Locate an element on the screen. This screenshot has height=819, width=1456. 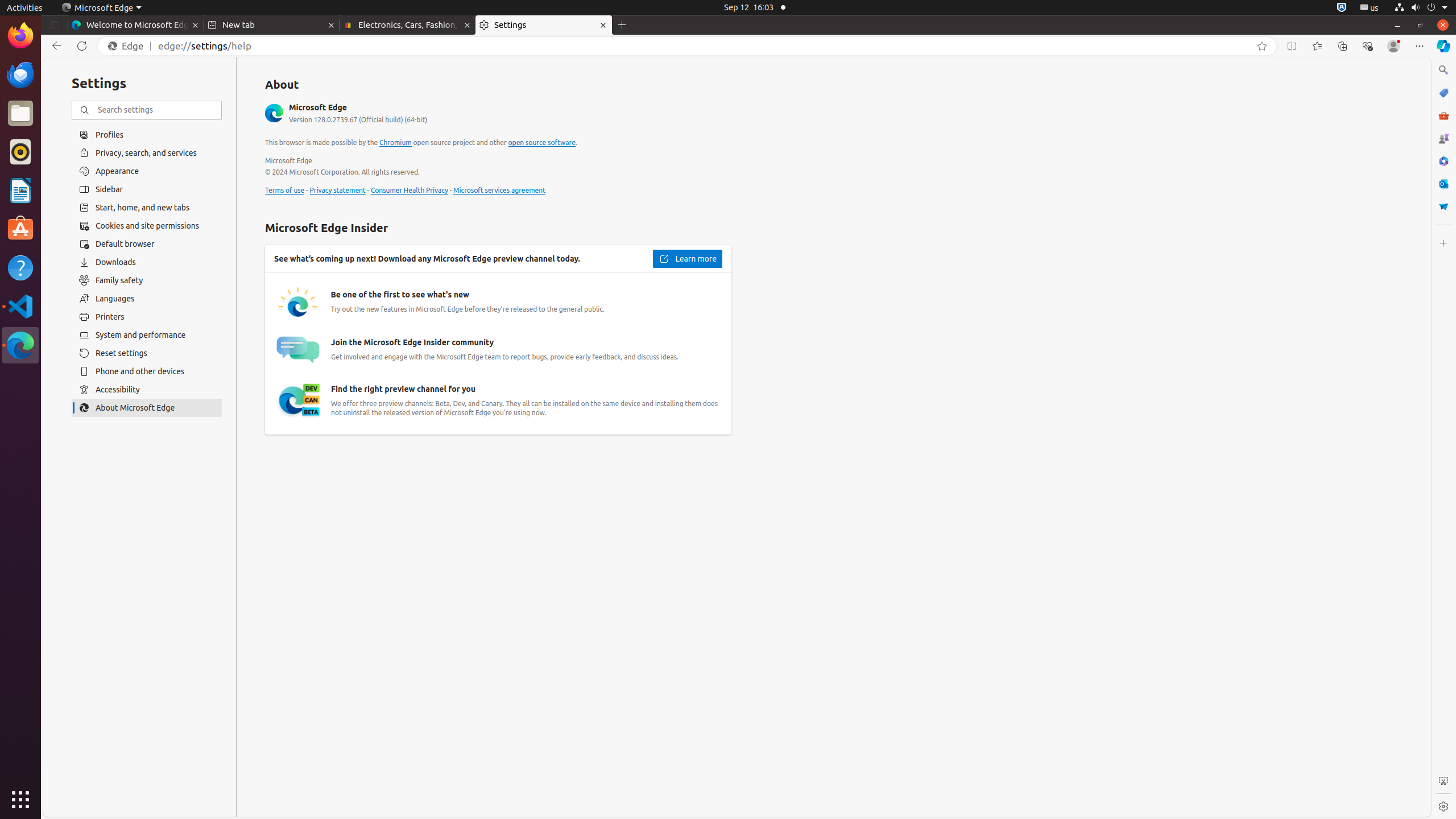
'Add this page to favorites (Ctrl+D)' is located at coordinates (1261, 45).